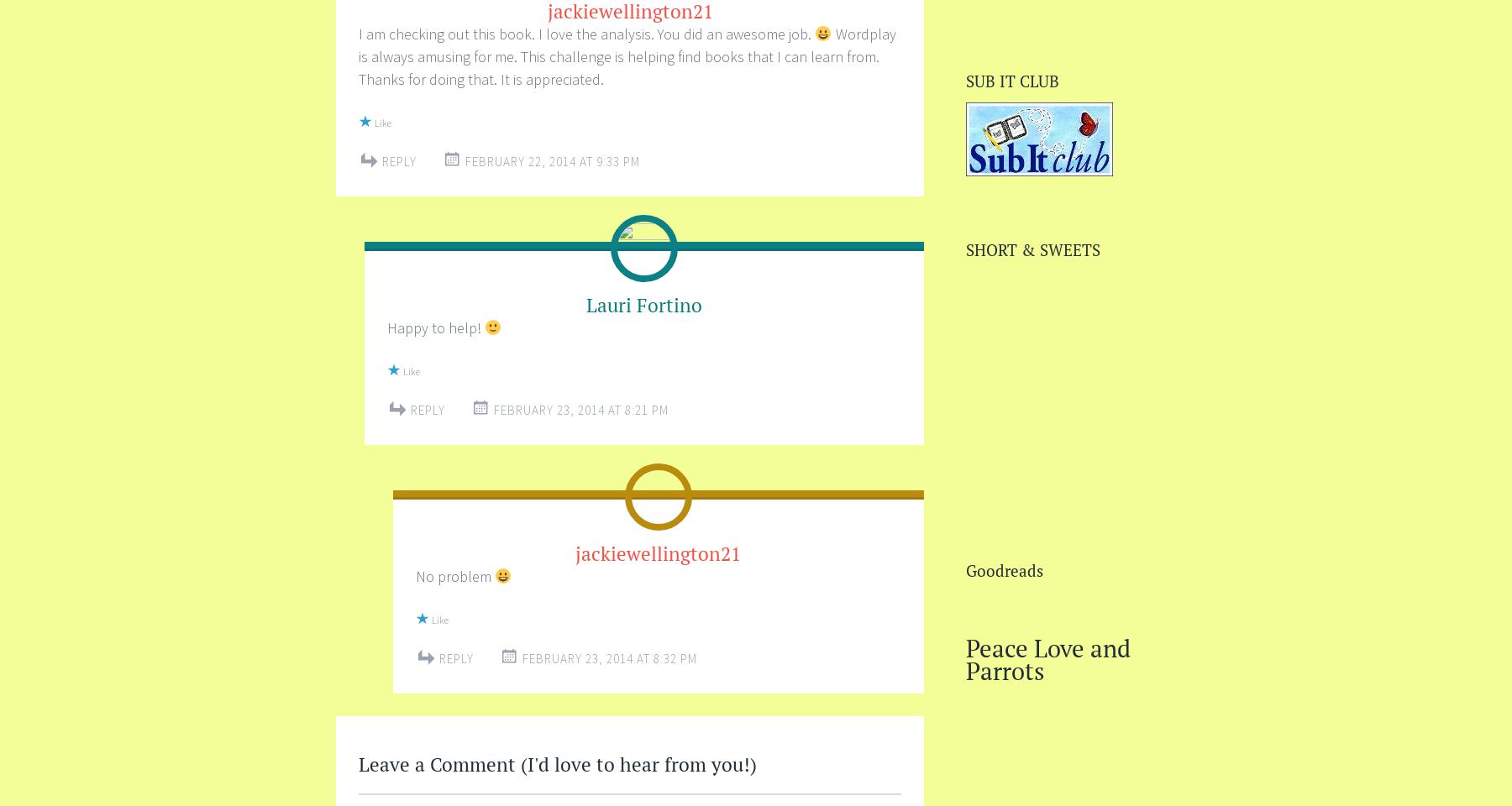 The image size is (1512, 806). Describe the element at coordinates (643, 304) in the screenshot. I see `'Lauri Fortino'` at that location.